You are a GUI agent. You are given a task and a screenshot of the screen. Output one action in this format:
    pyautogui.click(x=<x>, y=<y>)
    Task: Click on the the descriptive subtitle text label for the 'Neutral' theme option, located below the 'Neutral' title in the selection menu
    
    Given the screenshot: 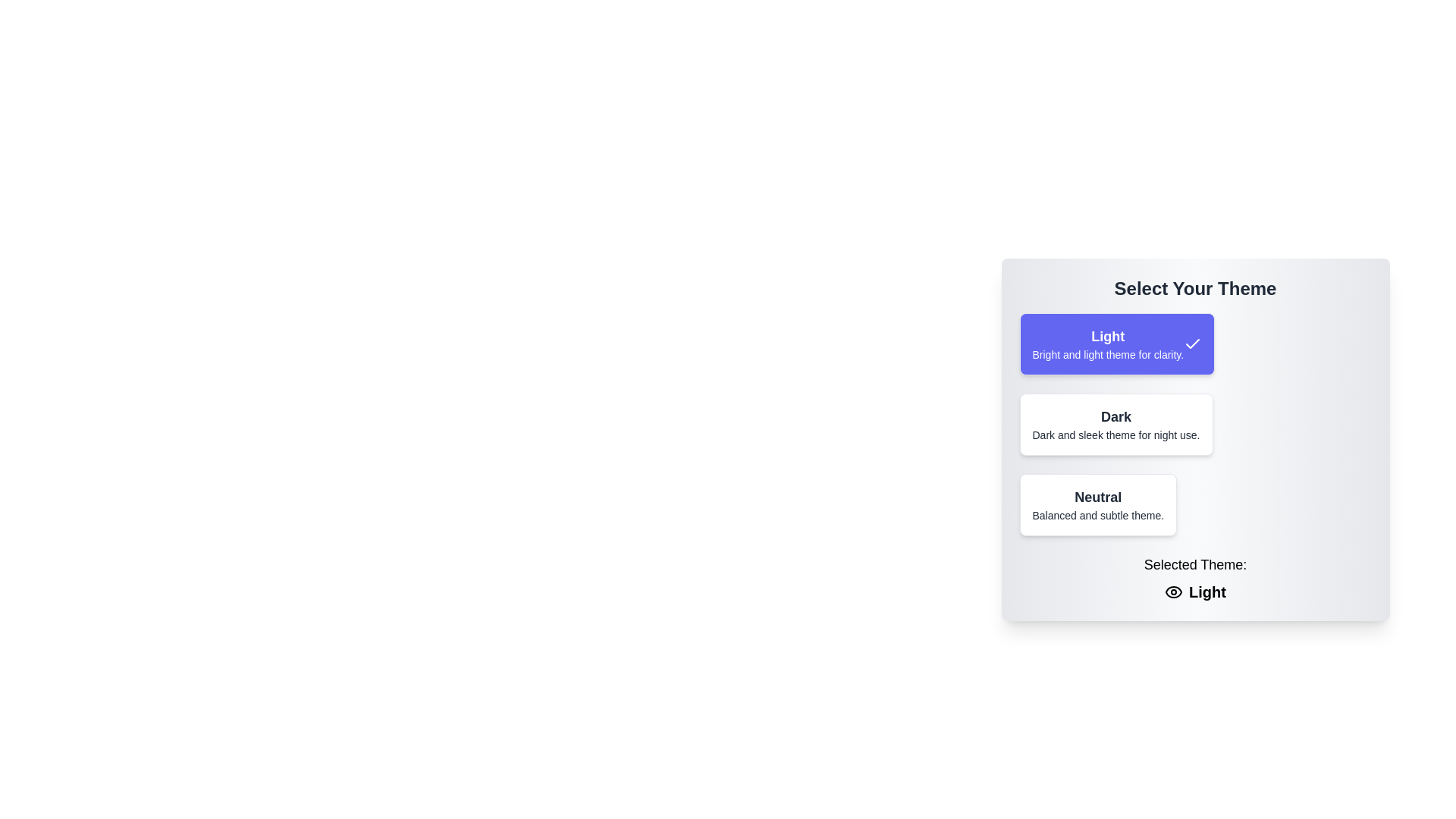 What is the action you would take?
    pyautogui.click(x=1098, y=514)
    